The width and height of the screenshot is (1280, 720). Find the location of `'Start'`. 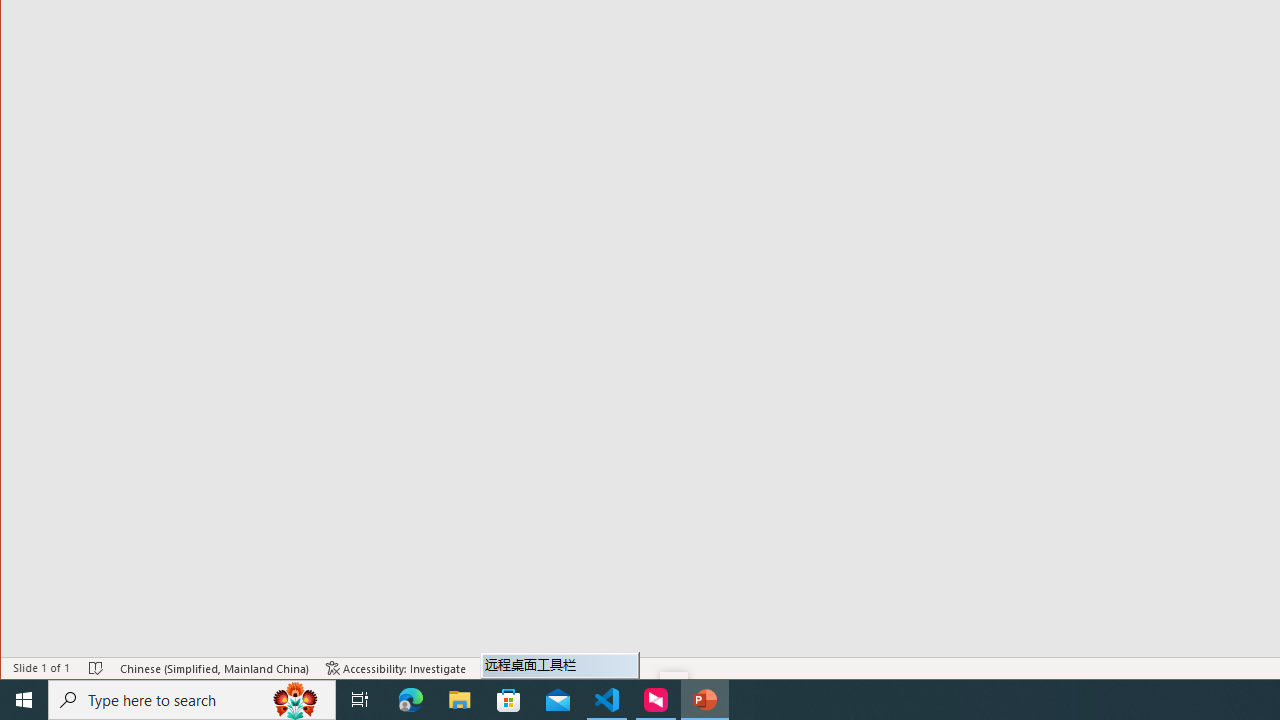

'Start' is located at coordinates (24, 698).